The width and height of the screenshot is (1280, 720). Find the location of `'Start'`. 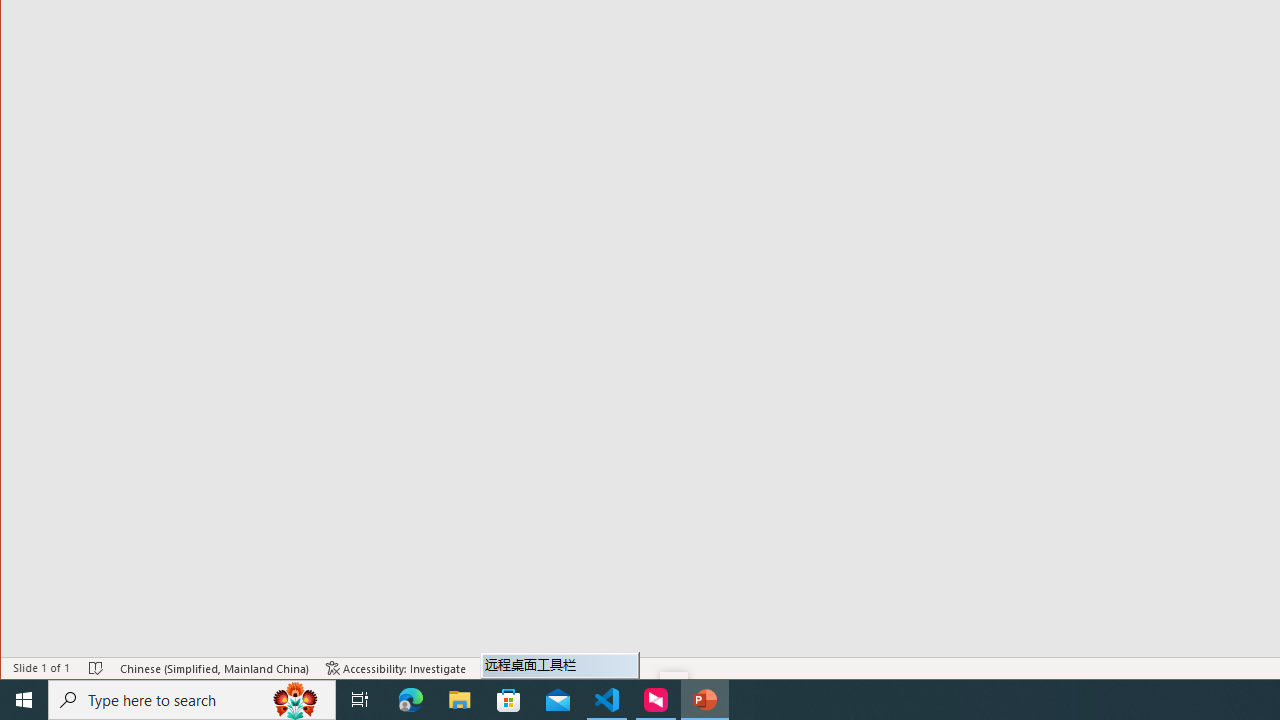

'Start' is located at coordinates (24, 698).